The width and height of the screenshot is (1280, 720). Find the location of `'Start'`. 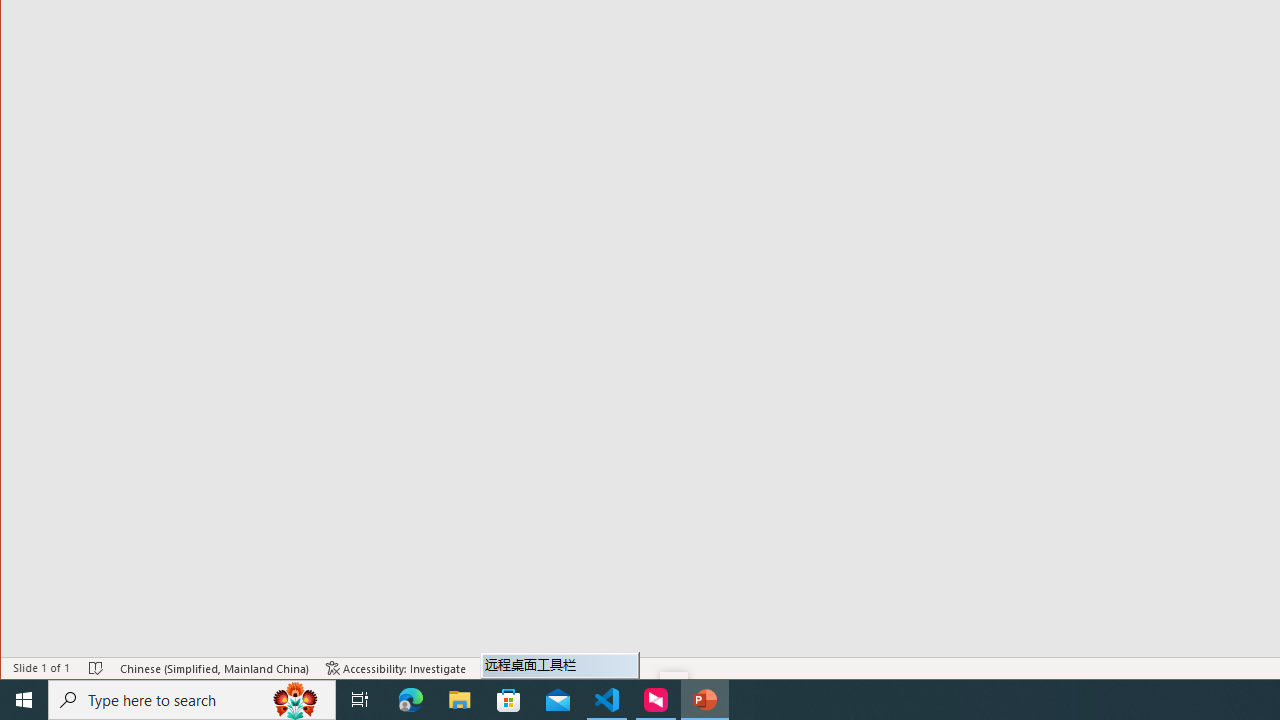

'Start' is located at coordinates (24, 698).